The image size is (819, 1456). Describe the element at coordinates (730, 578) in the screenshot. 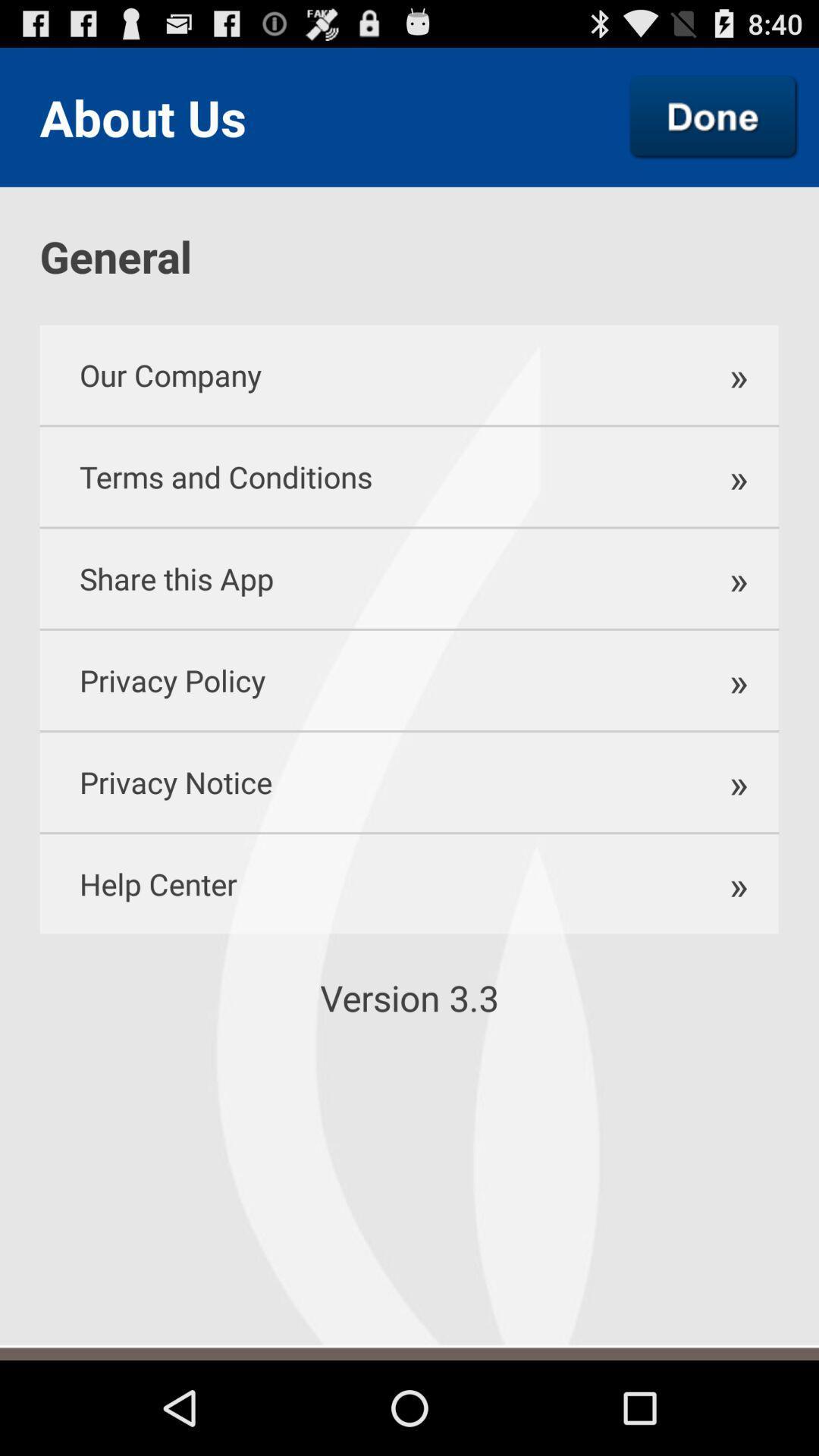

I see `icon next to share this app button` at that location.